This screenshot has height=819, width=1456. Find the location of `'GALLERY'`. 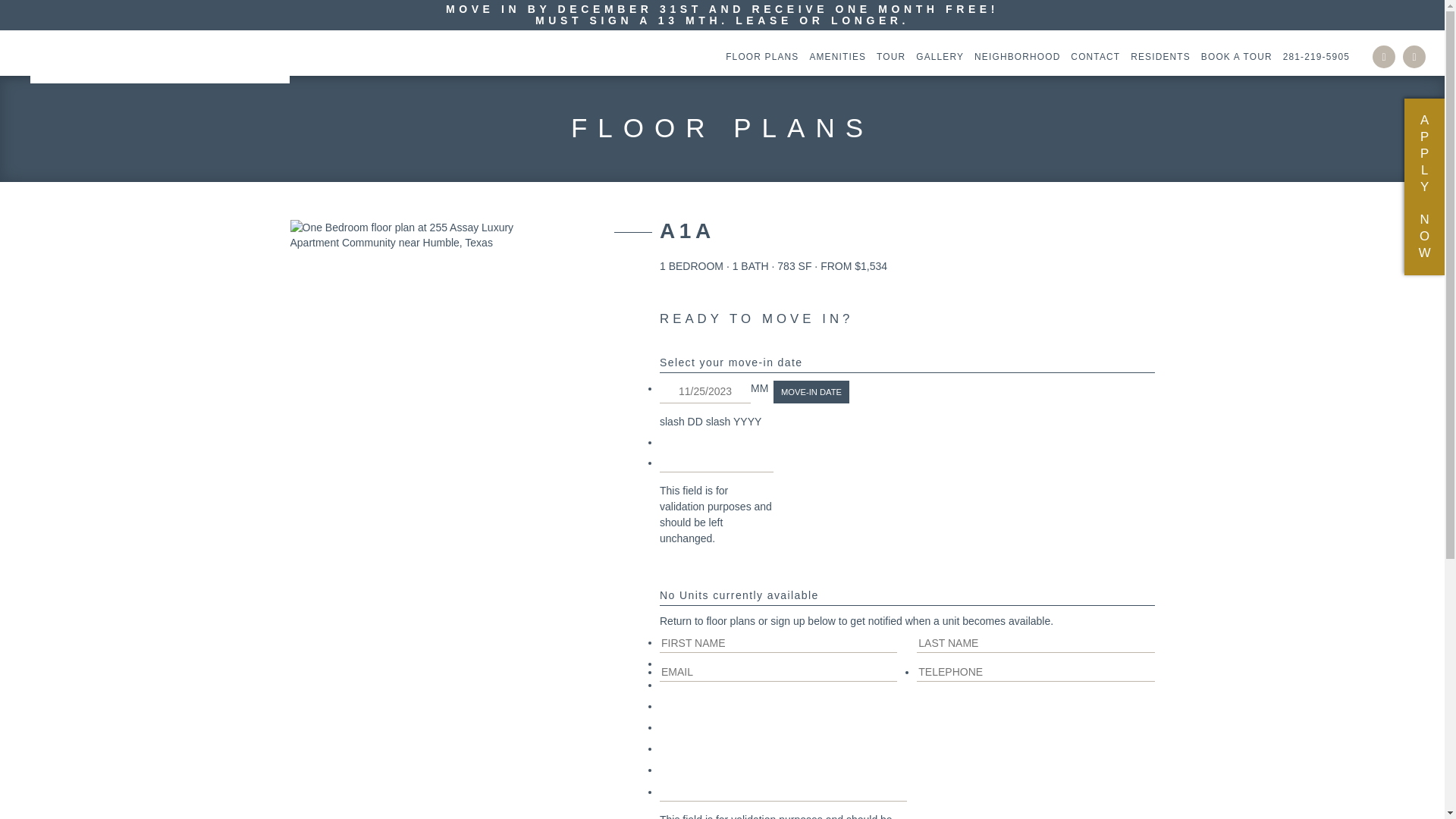

'GALLERY' is located at coordinates (935, 55).